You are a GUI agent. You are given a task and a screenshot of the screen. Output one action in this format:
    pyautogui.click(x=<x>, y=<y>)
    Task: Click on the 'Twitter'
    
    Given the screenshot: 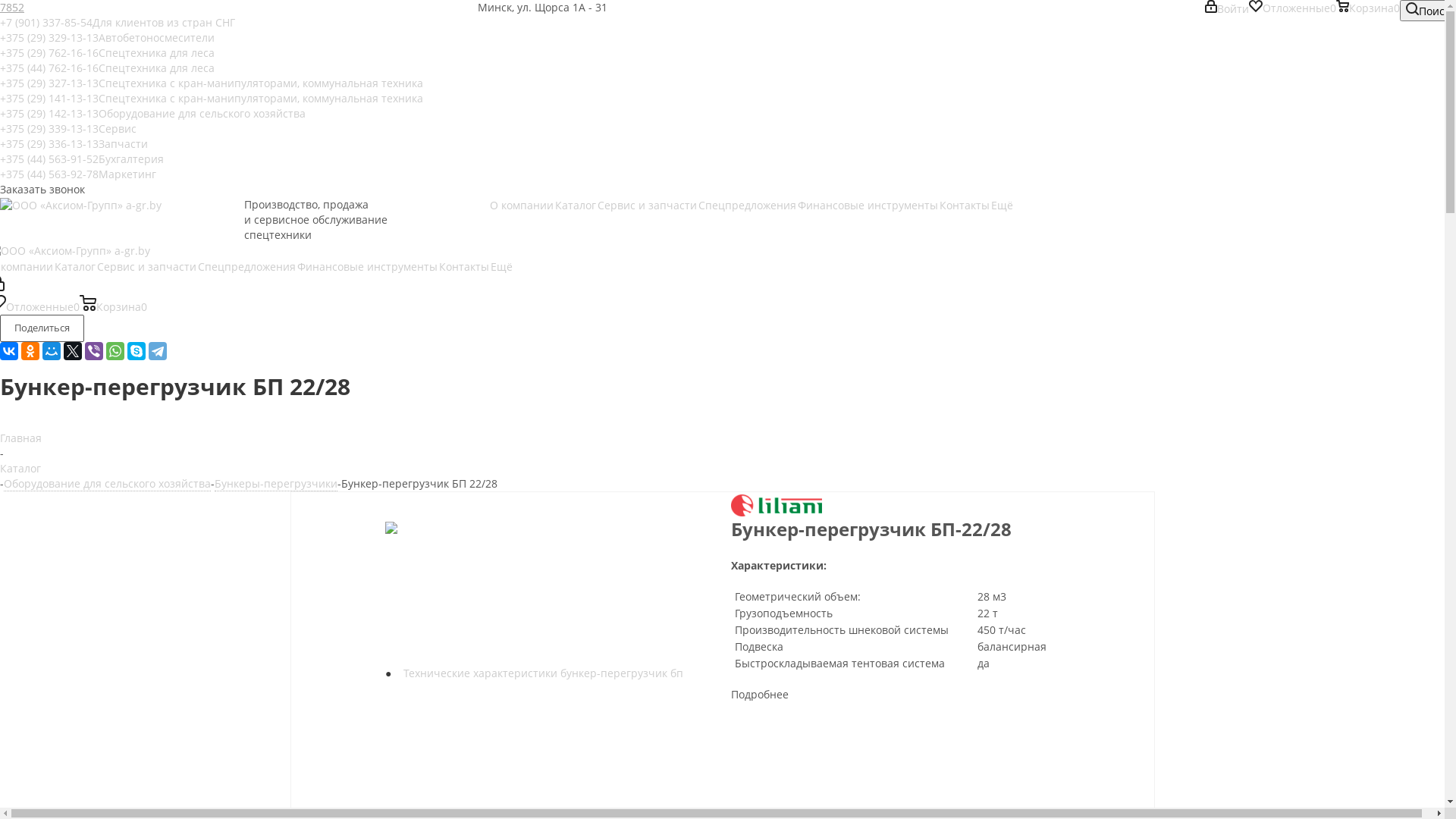 What is the action you would take?
    pyautogui.click(x=62, y=350)
    